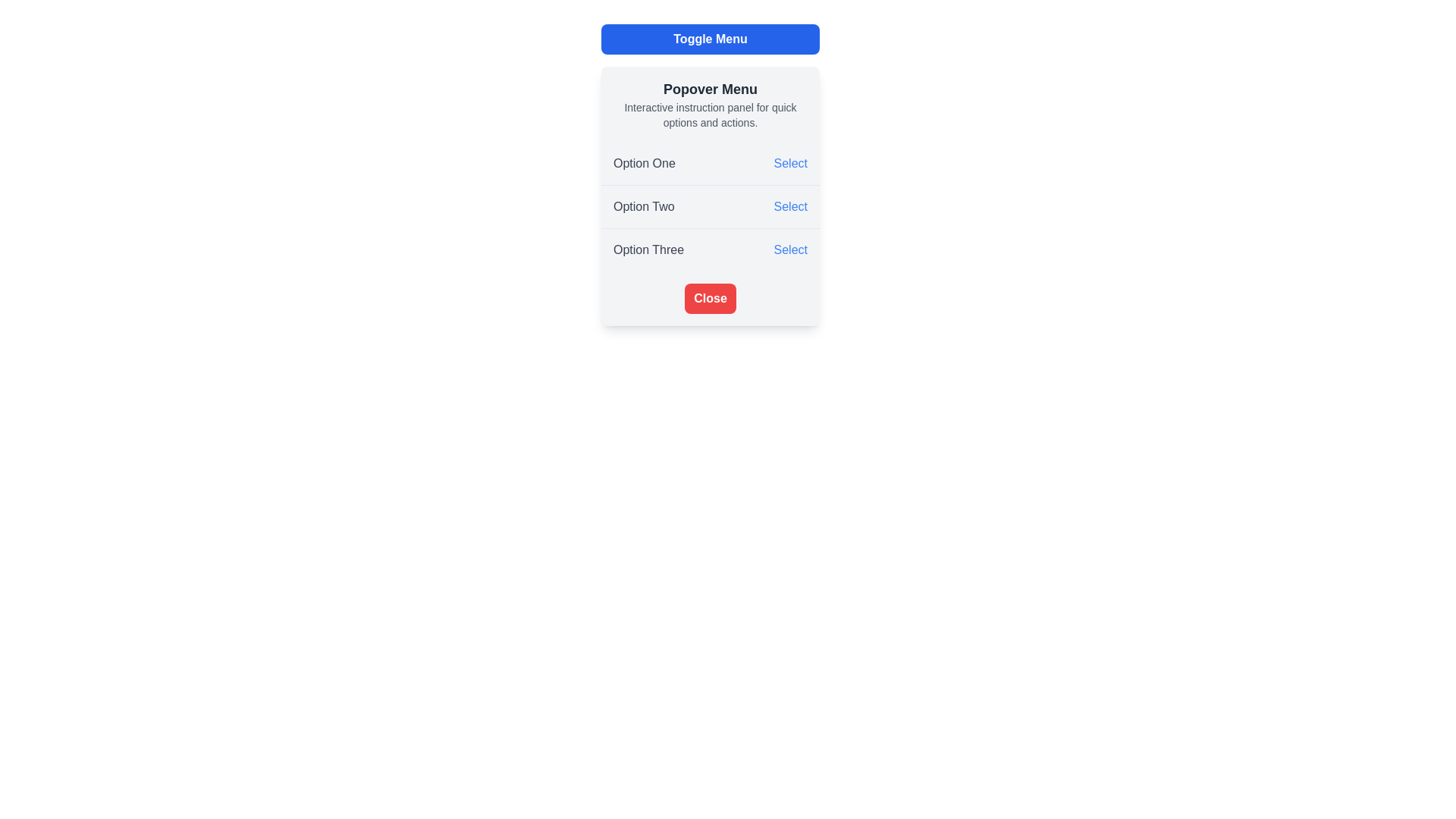  What do you see at coordinates (709, 114) in the screenshot?
I see `the text display that reads 'Interactive instruction panel for quick options and actions.', located directly below 'Popover Menu' within the popover panel` at bounding box center [709, 114].